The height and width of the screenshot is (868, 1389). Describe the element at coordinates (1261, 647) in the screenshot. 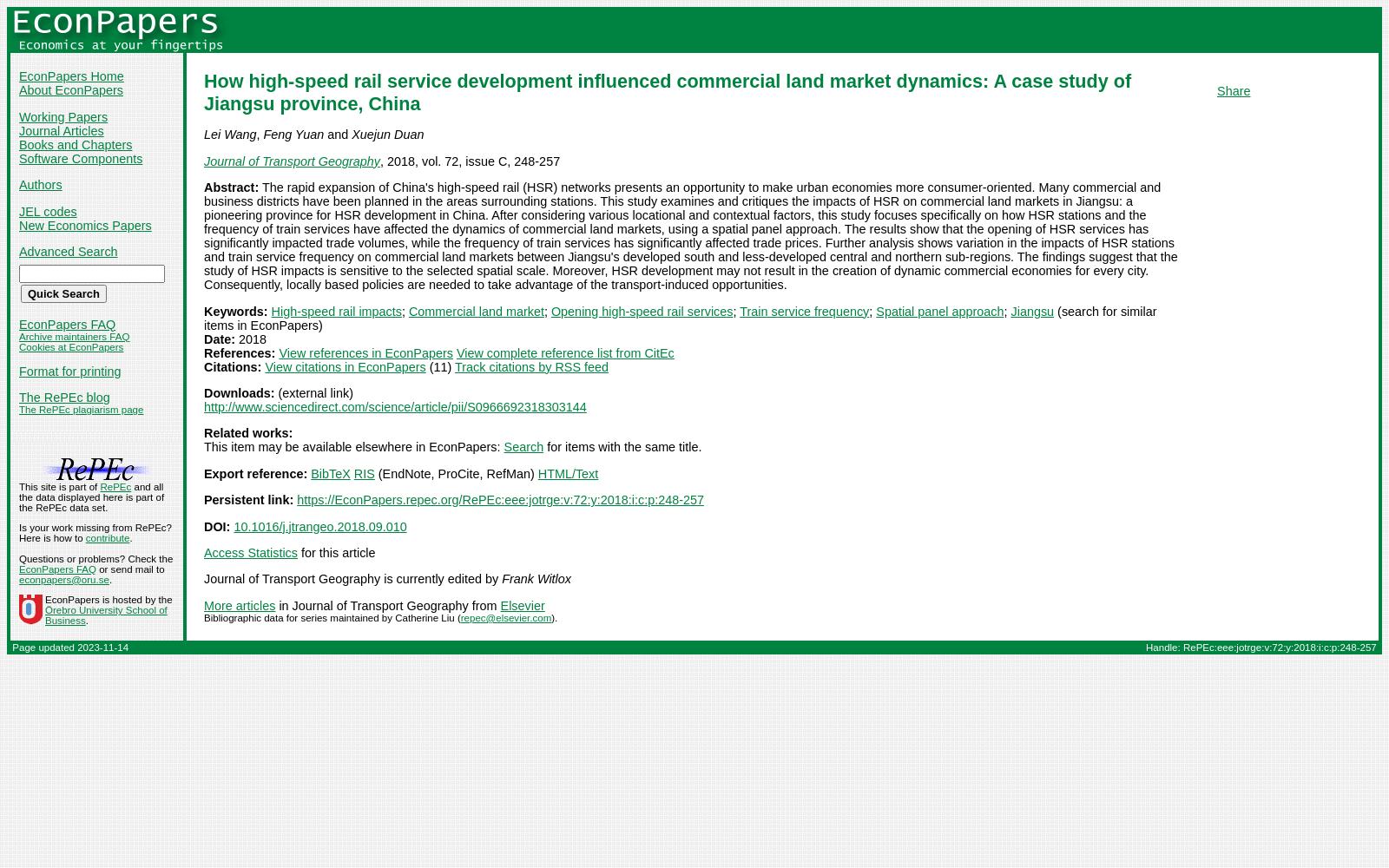

I see `'Handle: RePEc:eee:jotrge:v:72:y:2018:i:c:p:248-257'` at that location.